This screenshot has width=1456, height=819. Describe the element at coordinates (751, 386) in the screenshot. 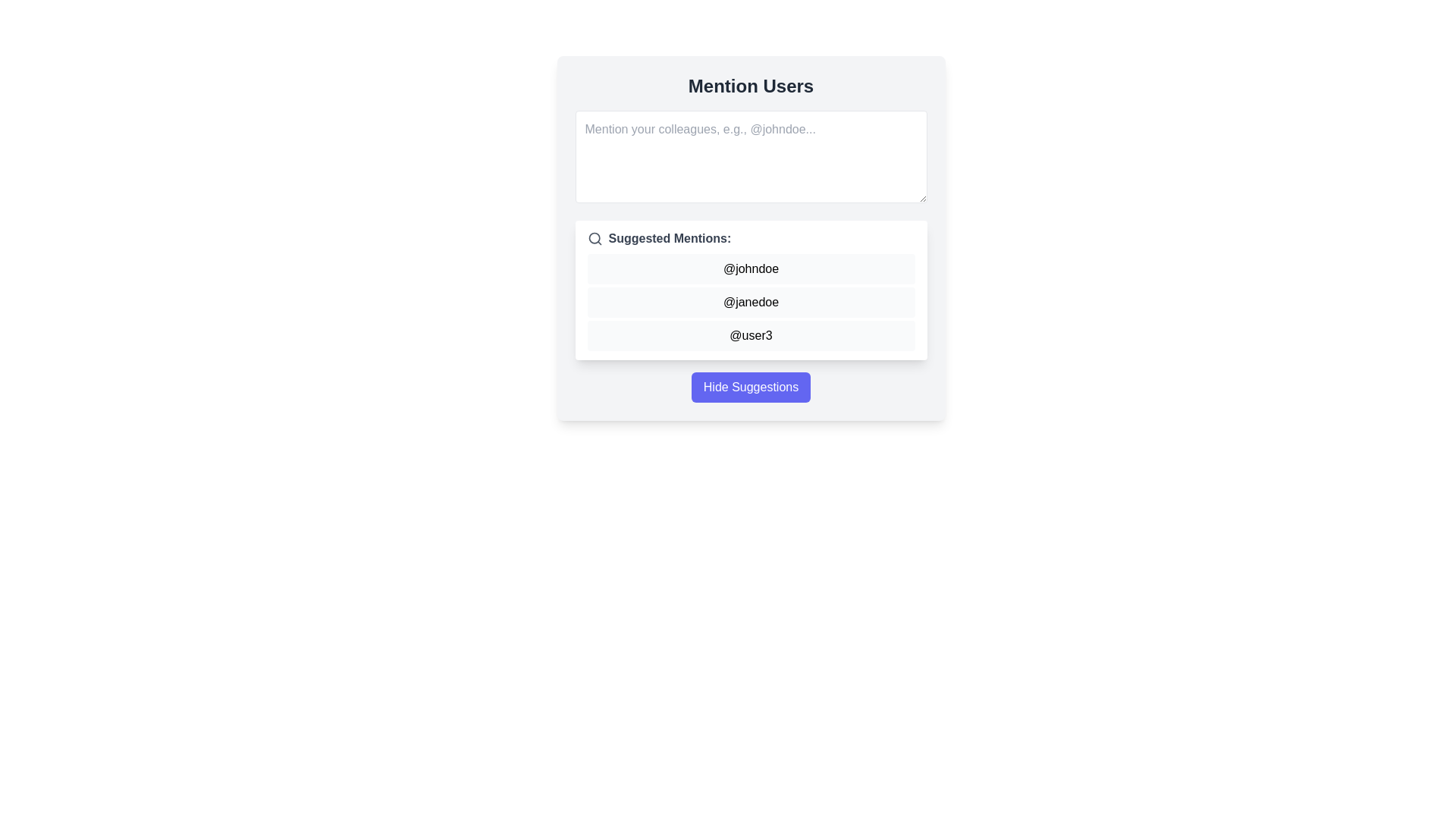

I see `the button located centrally below the list of suggested mentions to hide suggestions` at that location.